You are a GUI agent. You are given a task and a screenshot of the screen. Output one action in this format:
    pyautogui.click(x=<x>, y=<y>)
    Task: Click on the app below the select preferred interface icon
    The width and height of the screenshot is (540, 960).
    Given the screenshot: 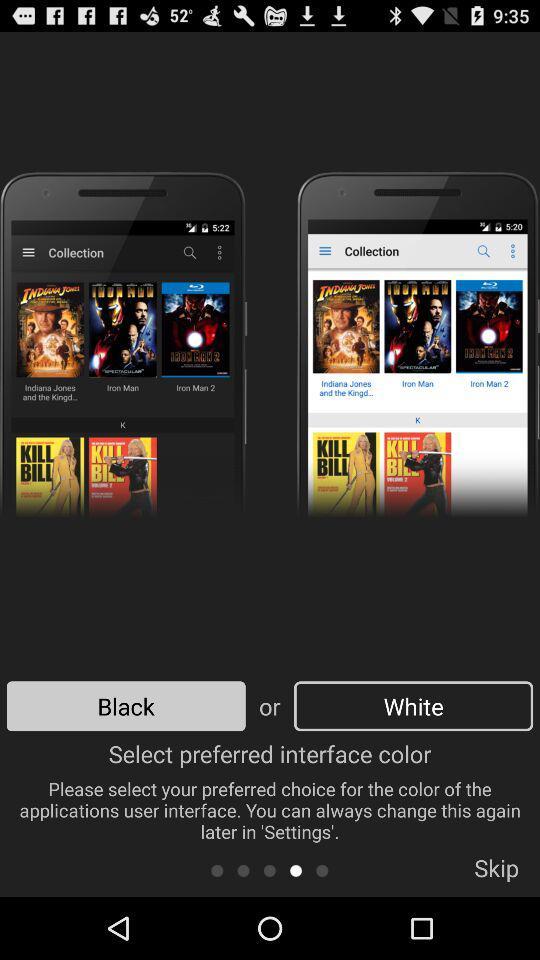 What is the action you would take?
    pyautogui.click(x=495, y=873)
    